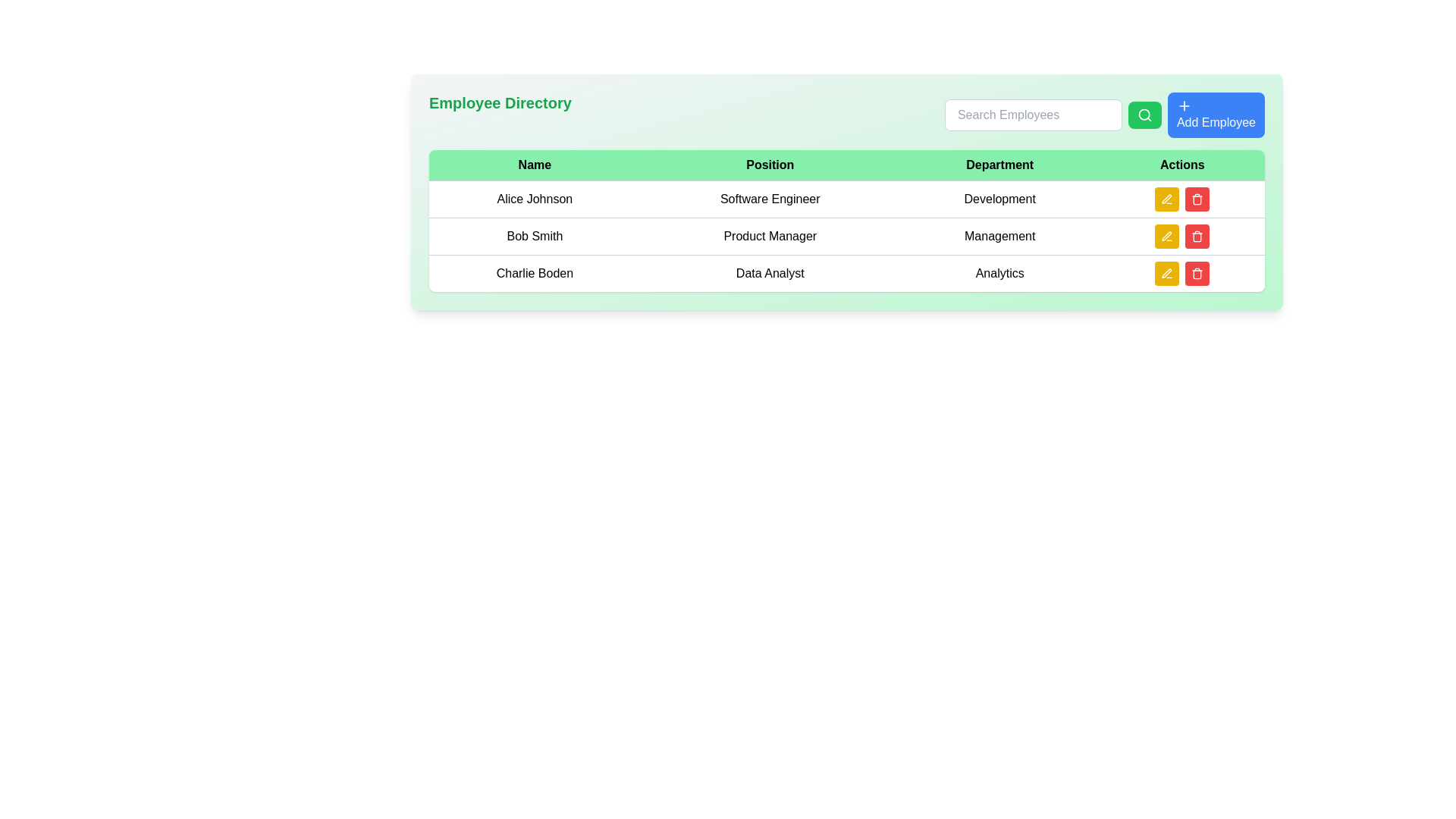 The image size is (1456, 819). Describe the element at coordinates (1197, 237) in the screenshot. I see `the red button with a white trash icon located in the 'Actions' column of the second row of the table` at that location.